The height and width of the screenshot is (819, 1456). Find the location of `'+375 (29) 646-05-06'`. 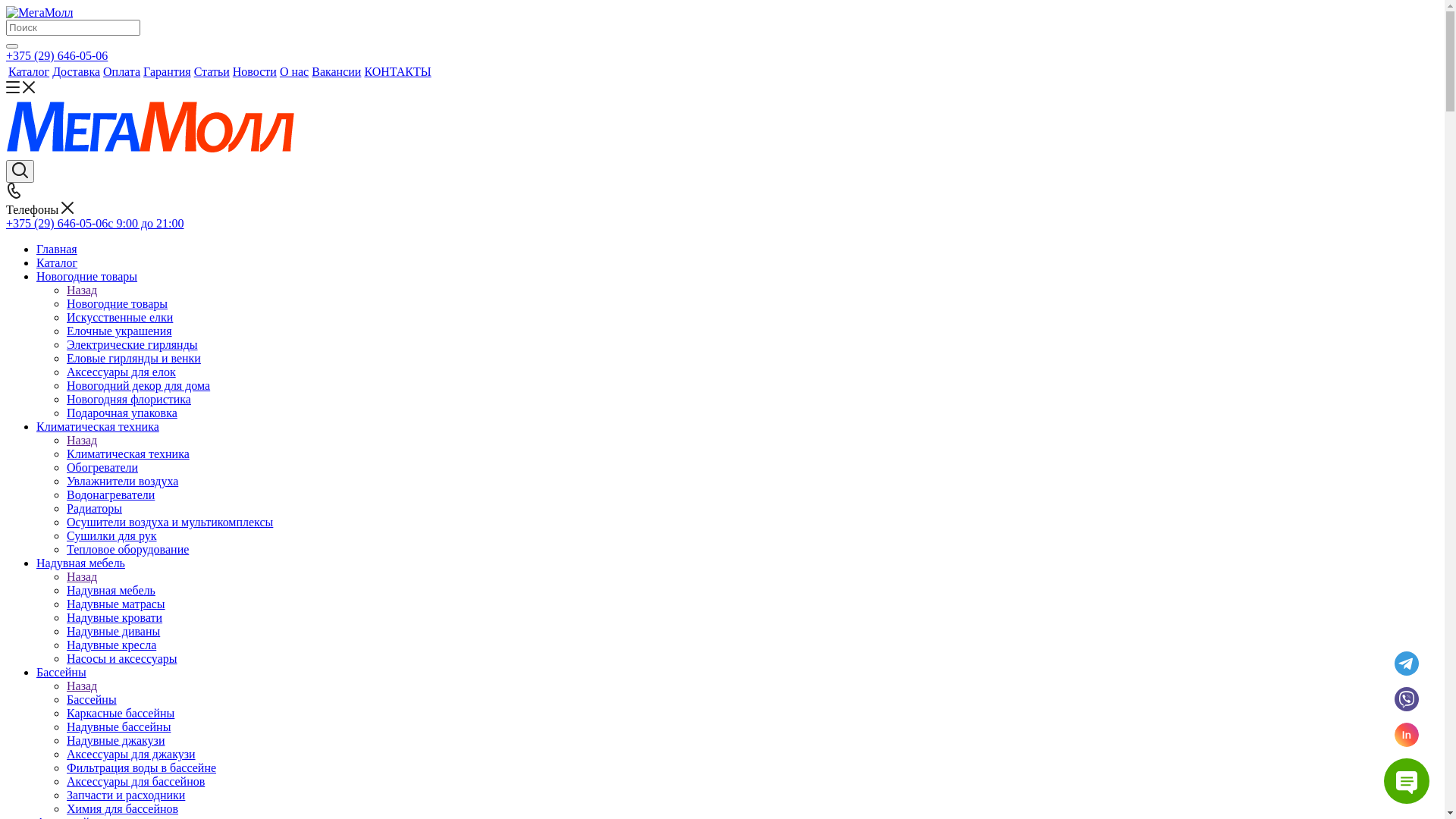

'+375 (29) 646-05-06' is located at coordinates (57, 55).